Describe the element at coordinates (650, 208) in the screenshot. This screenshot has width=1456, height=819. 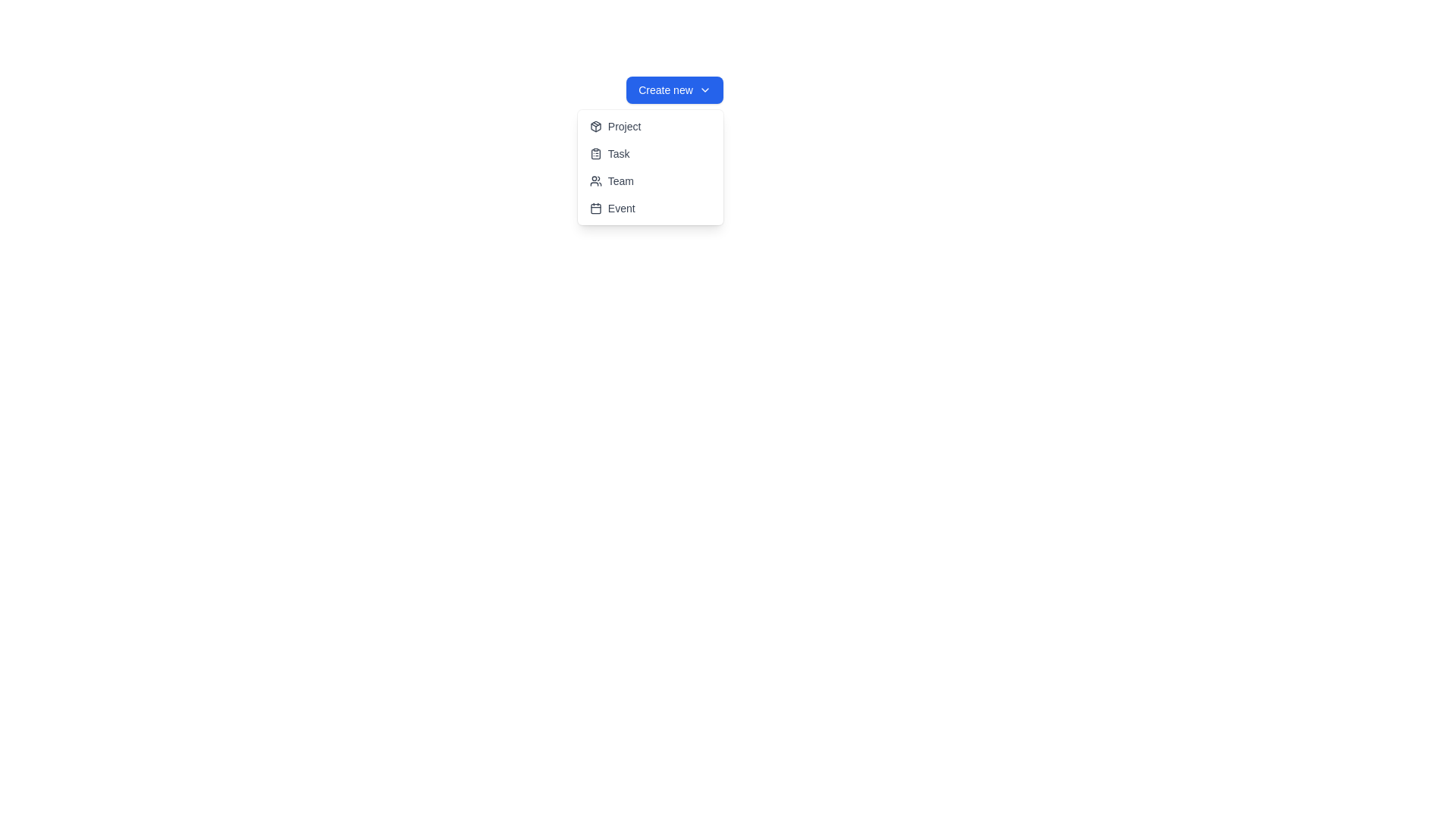
I see `the 'Event' button, which is the fourth option in the vertical menu list beneath the 'Team' option and below the 'Create new' button` at that location.